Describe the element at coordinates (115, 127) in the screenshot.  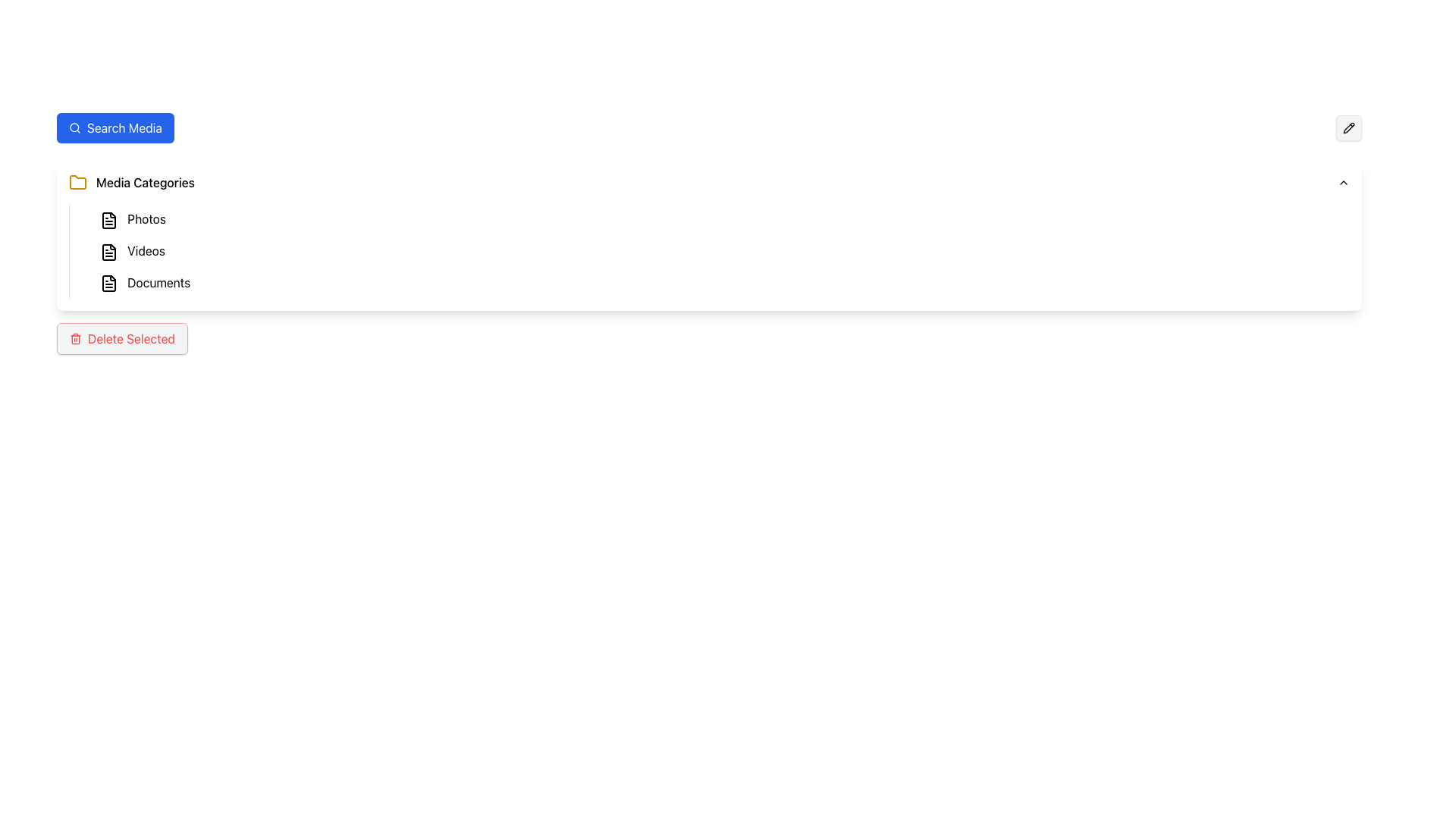
I see `the search button located in the top section of the media category interface` at that location.